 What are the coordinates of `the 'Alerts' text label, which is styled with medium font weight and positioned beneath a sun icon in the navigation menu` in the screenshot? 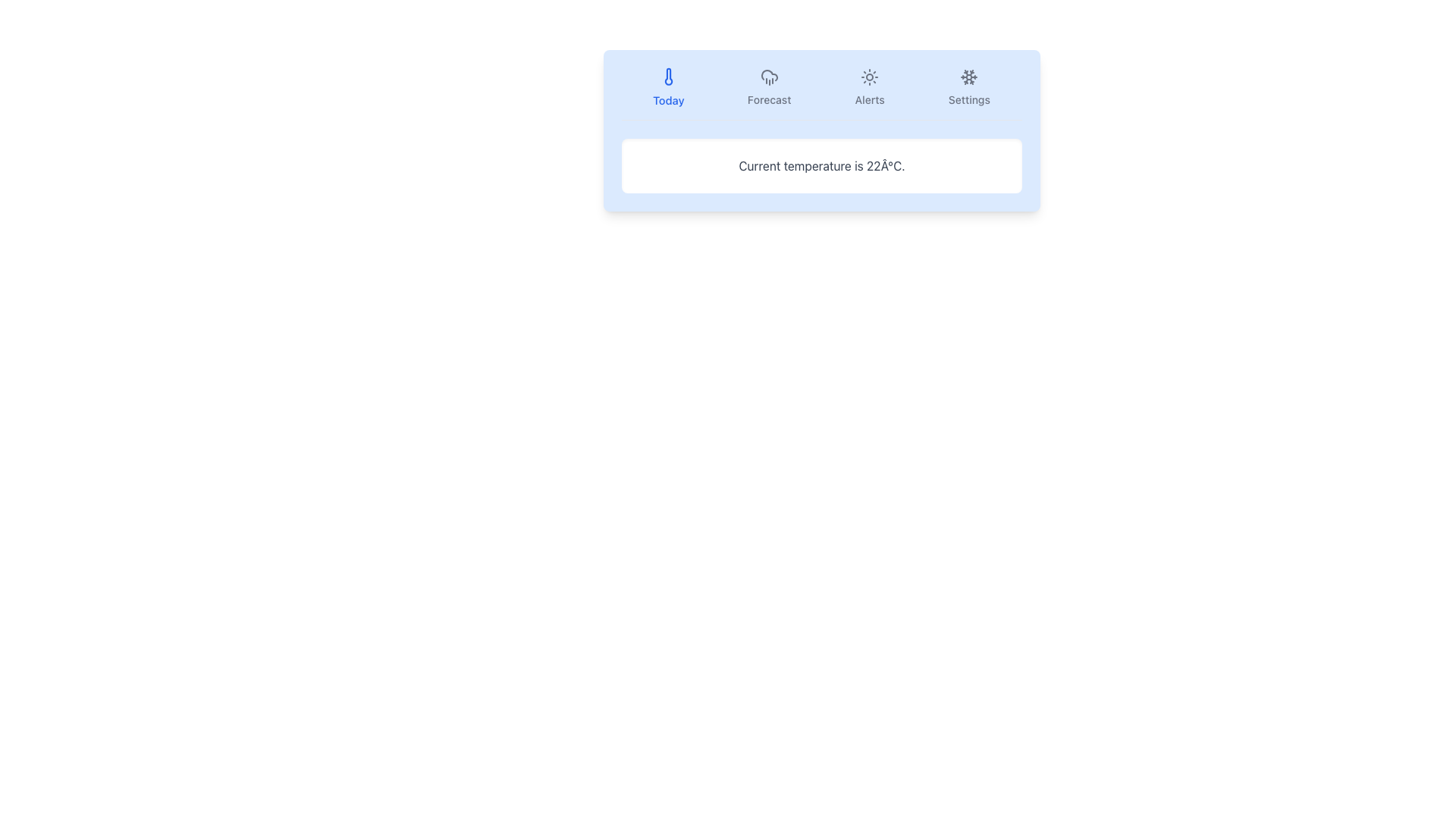 It's located at (870, 99).